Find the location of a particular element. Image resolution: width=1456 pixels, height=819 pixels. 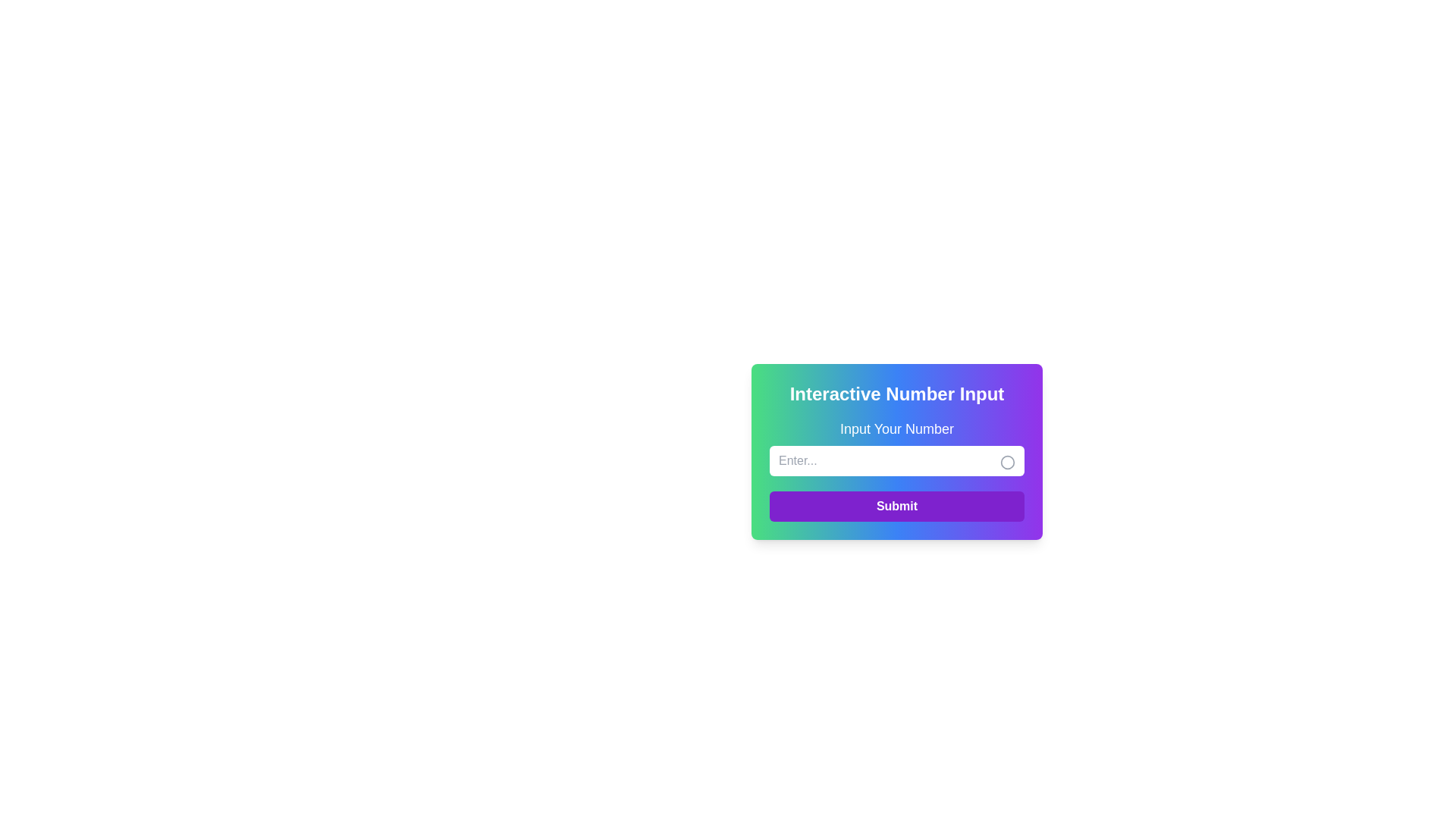

the circular icon located within the 'Interactive Number Input' form, positioned to the right of the text-entry area is located at coordinates (1008, 461).